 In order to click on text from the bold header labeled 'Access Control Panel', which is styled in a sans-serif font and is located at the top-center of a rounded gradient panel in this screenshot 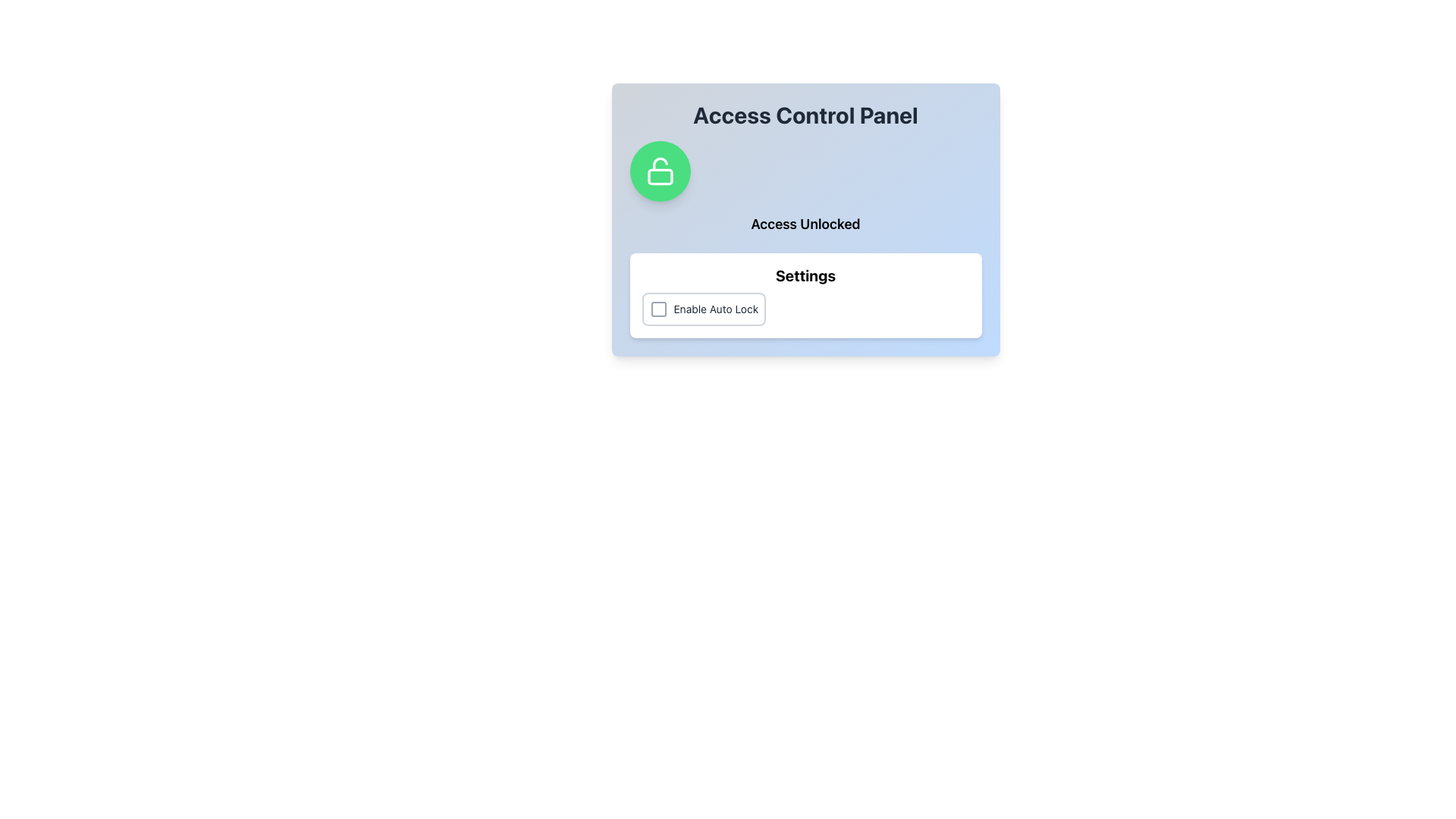, I will do `click(805, 114)`.